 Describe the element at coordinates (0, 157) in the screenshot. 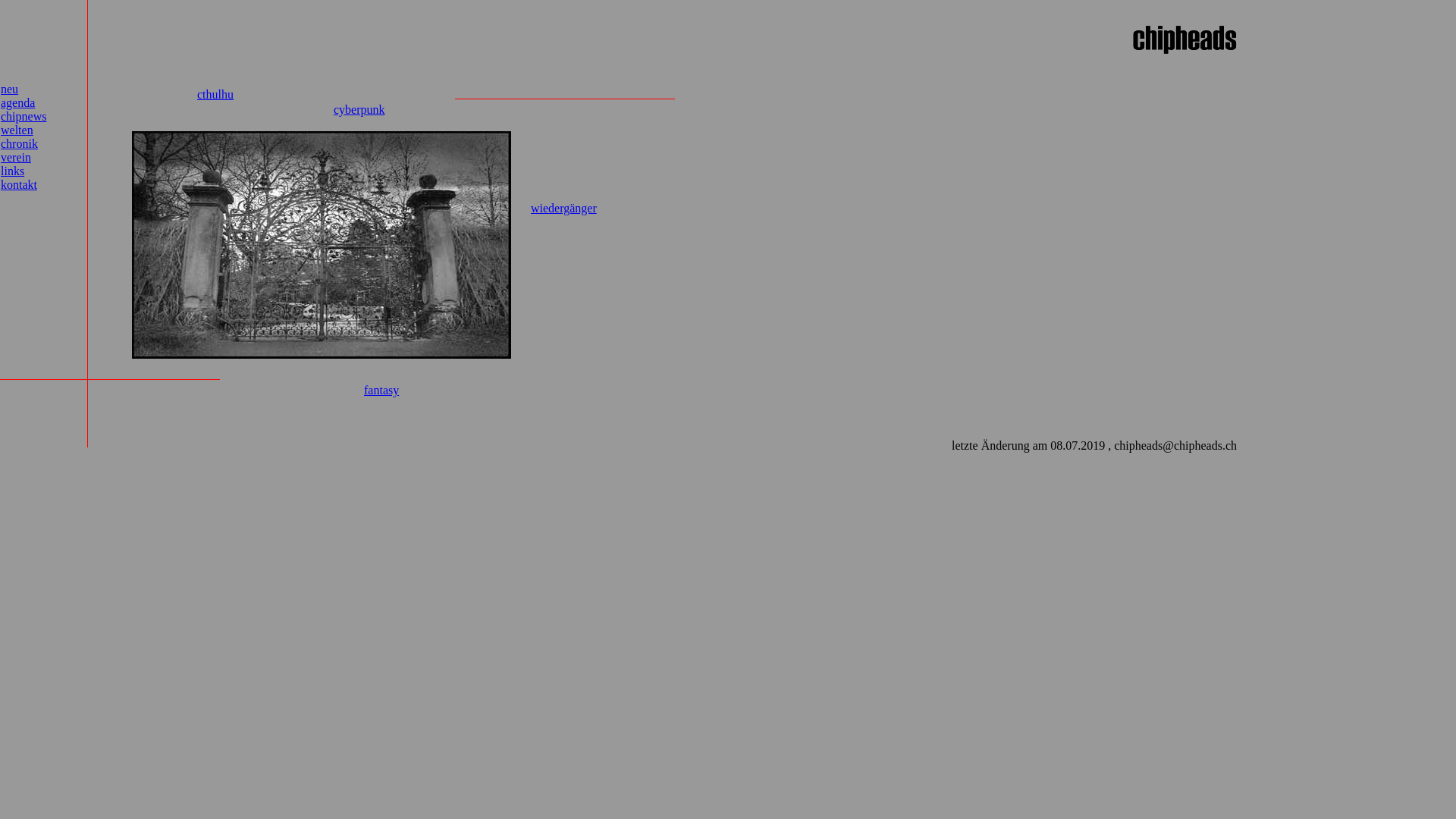

I see `'verein'` at that location.